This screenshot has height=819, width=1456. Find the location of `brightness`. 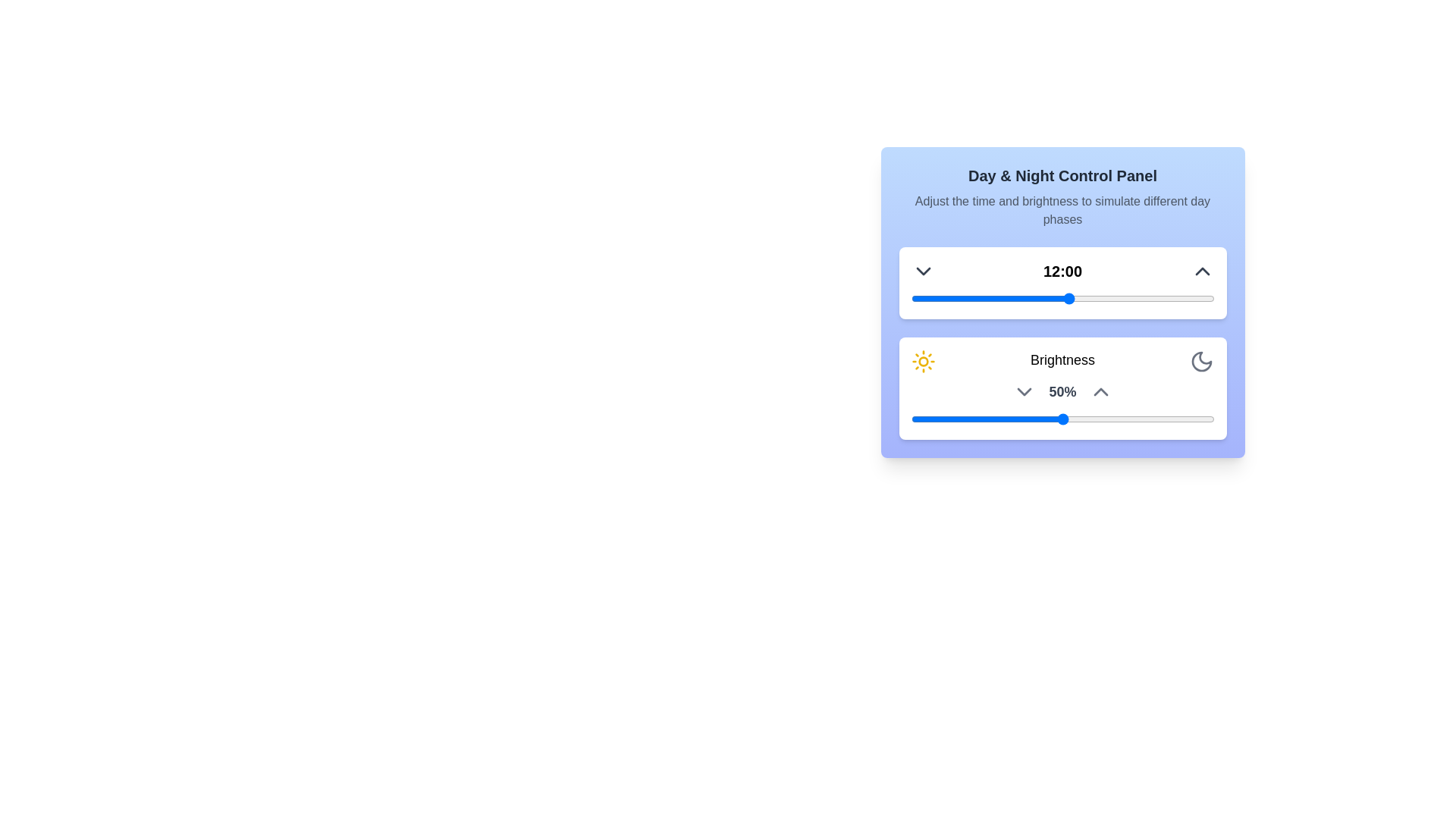

brightness is located at coordinates (1162, 419).